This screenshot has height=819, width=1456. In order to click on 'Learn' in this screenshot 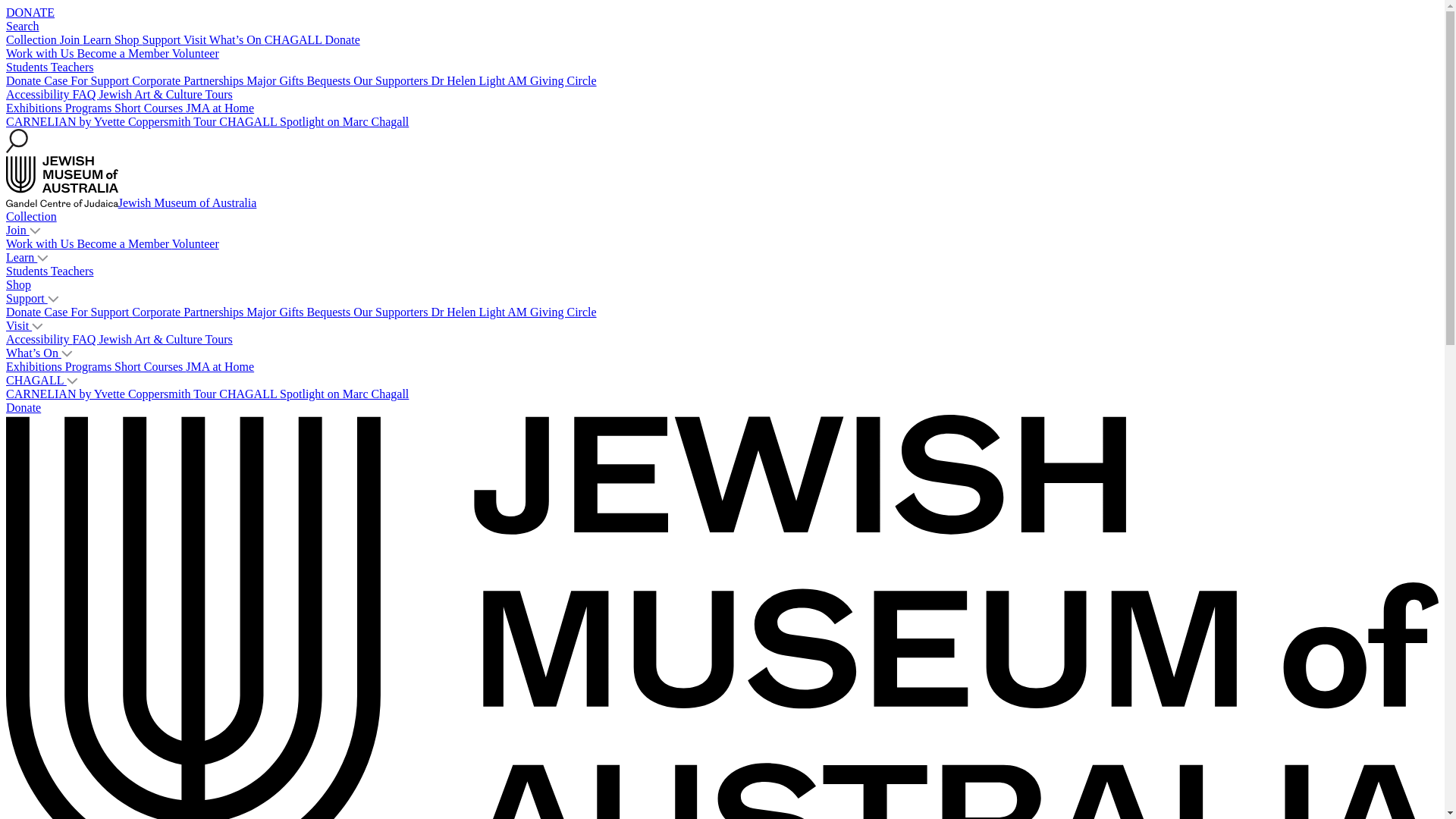, I will do `click(21, 256)`.